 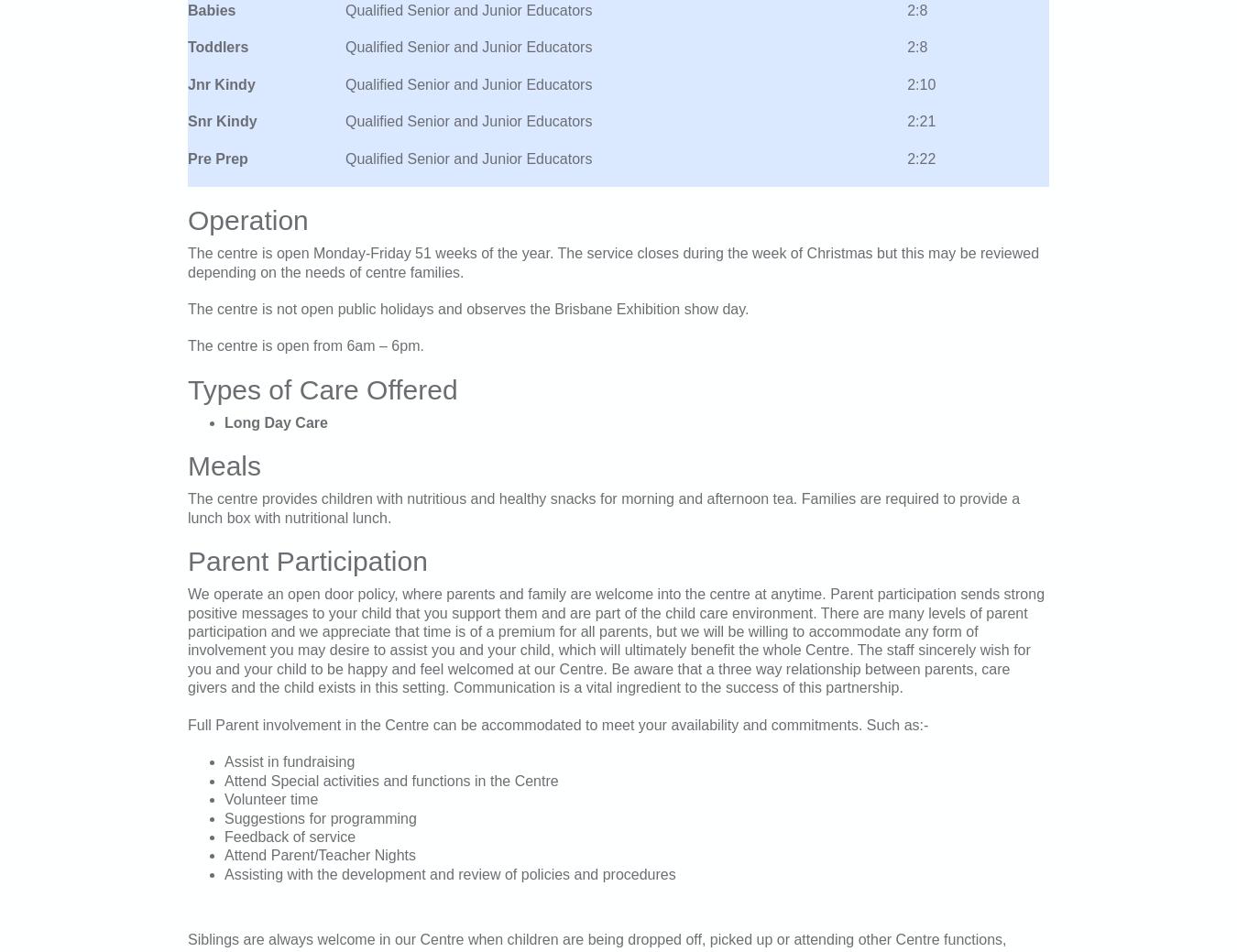 I want to click on 'Suggestions for programming', so click(x=320, y=817).